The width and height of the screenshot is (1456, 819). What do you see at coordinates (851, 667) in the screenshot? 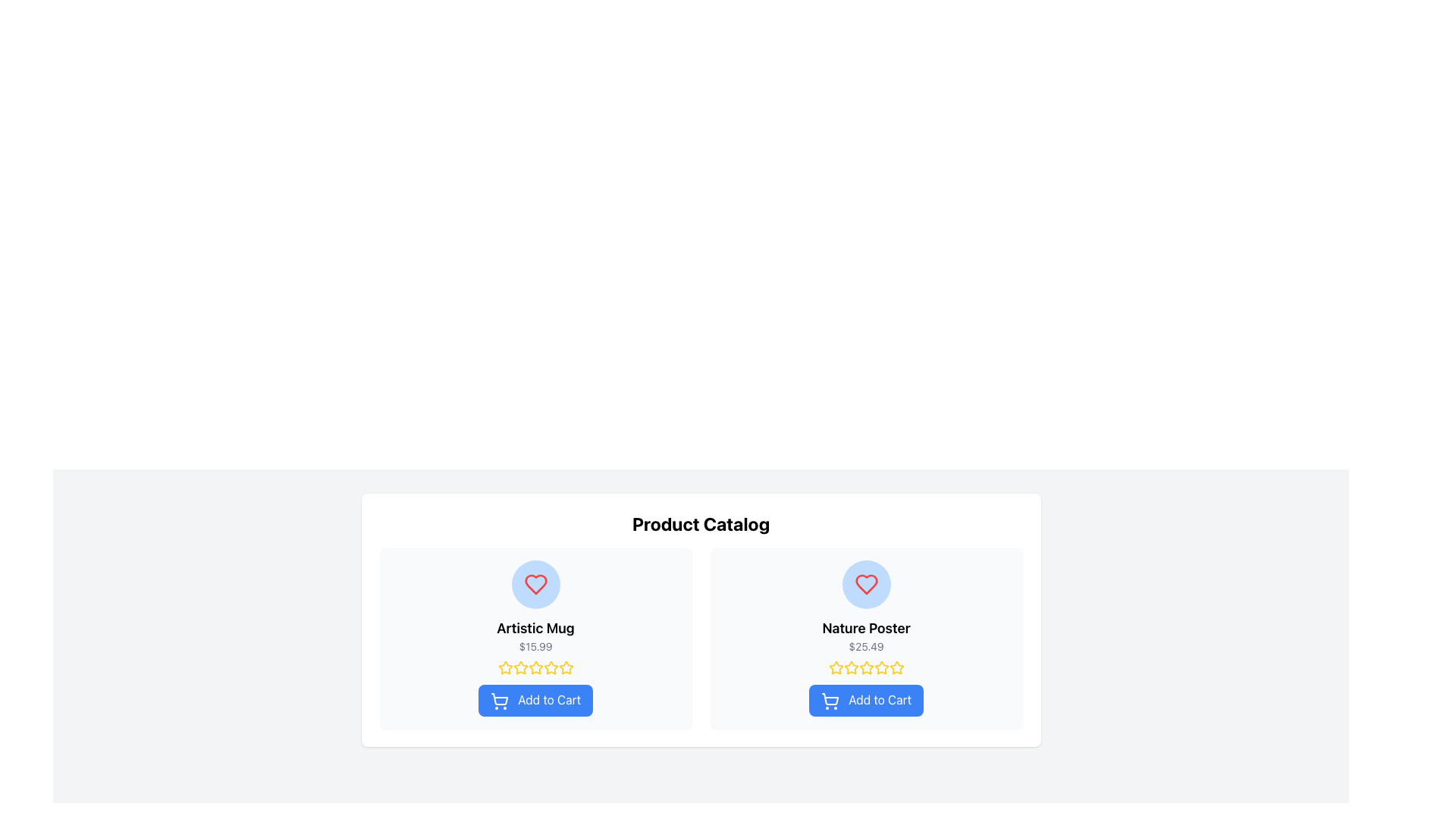
I see `the yellow star icon under the 'Nature Poster' product` at bounding box center [851, 667].